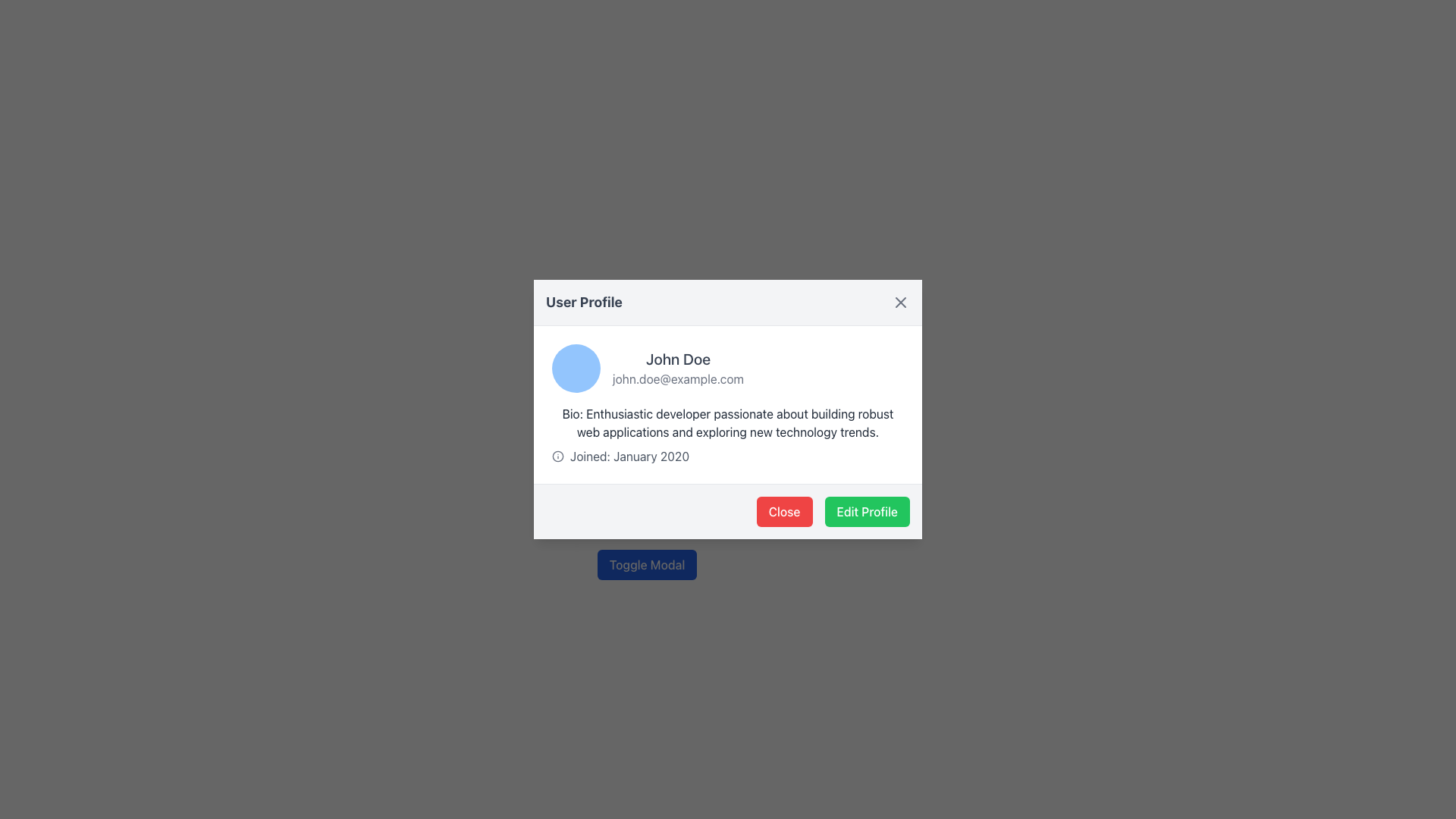  I want to click on the 'Edit Profile' button located in the bottom right corner of the modal dialog box to initiate profile editing, so click(867, 512).